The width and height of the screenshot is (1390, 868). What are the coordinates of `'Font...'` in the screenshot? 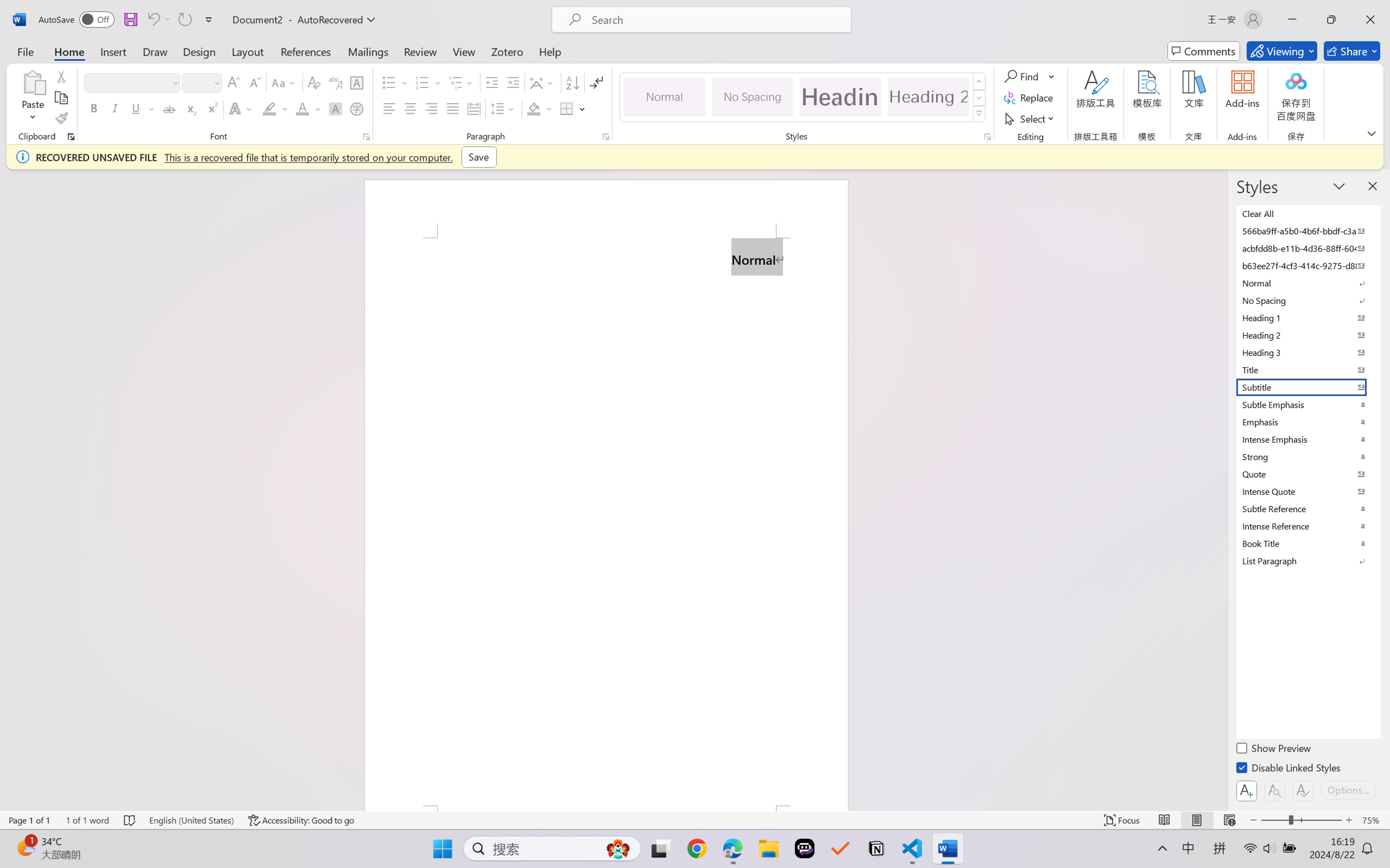 It's located at (366, 136).